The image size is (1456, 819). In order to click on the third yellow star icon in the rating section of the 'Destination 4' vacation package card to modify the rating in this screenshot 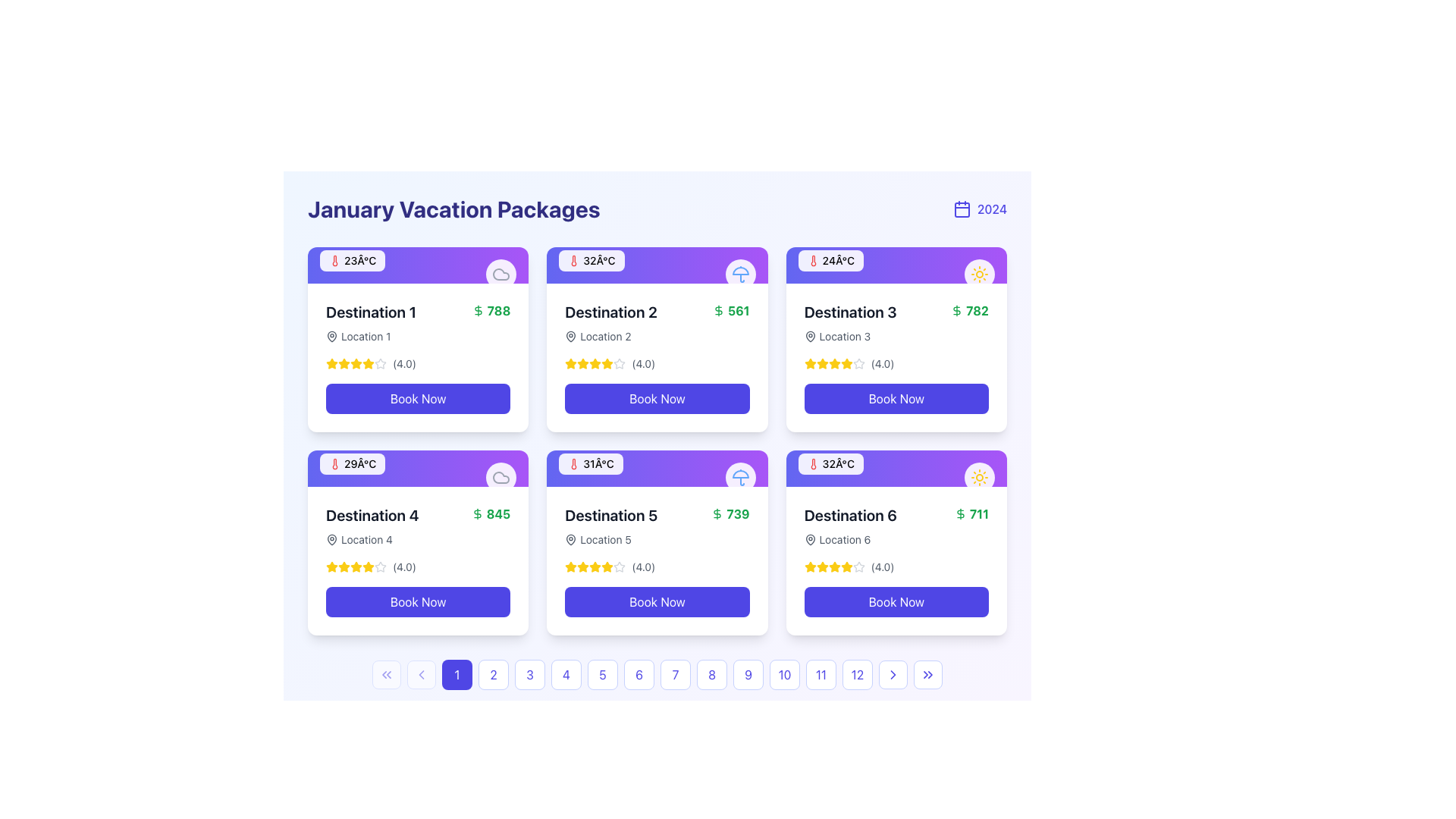, I will do `click(356, 566)`.